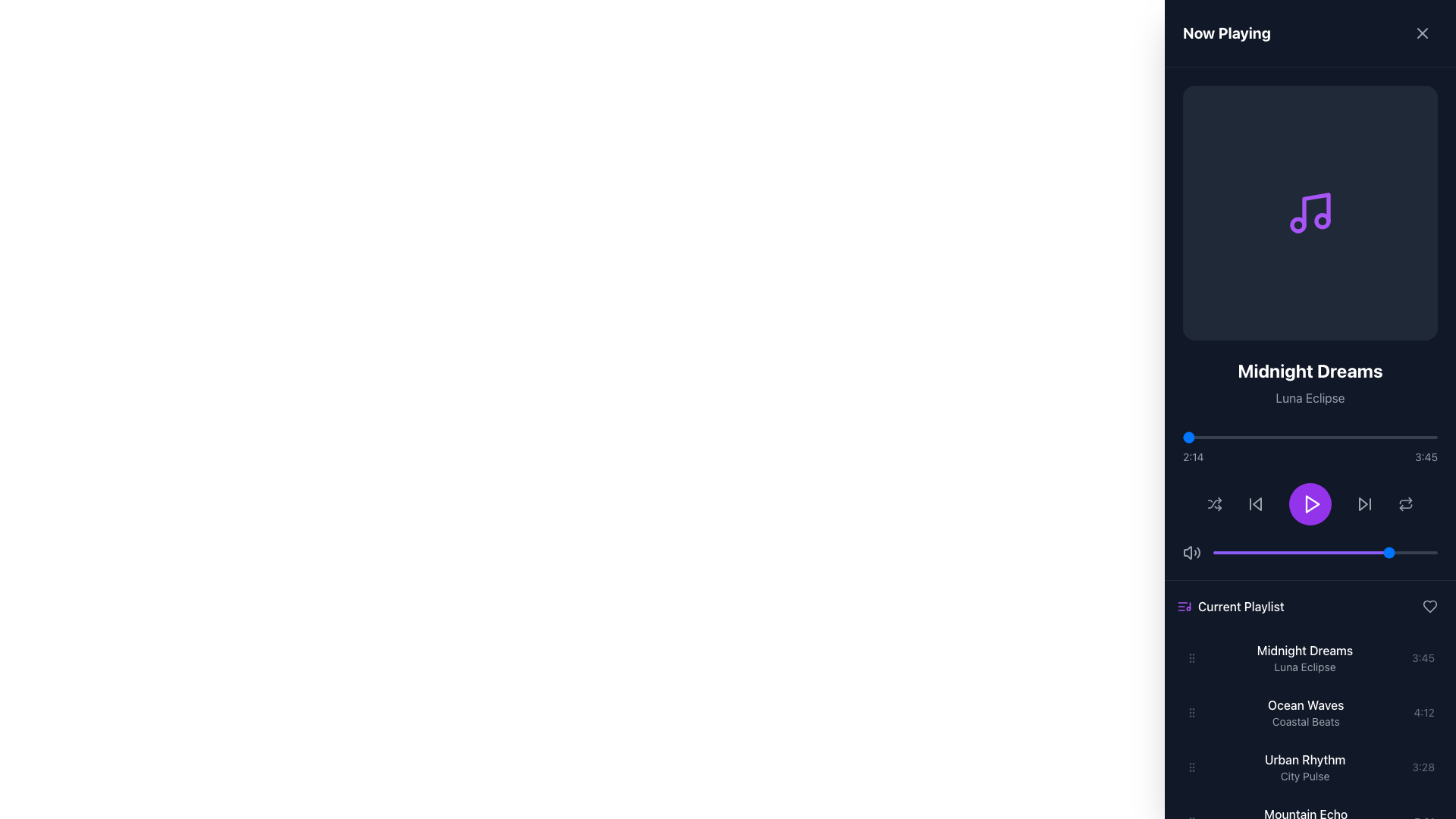 This screenshot has width=1456, height=819. I want to click on playback position, so click(1210, 438).